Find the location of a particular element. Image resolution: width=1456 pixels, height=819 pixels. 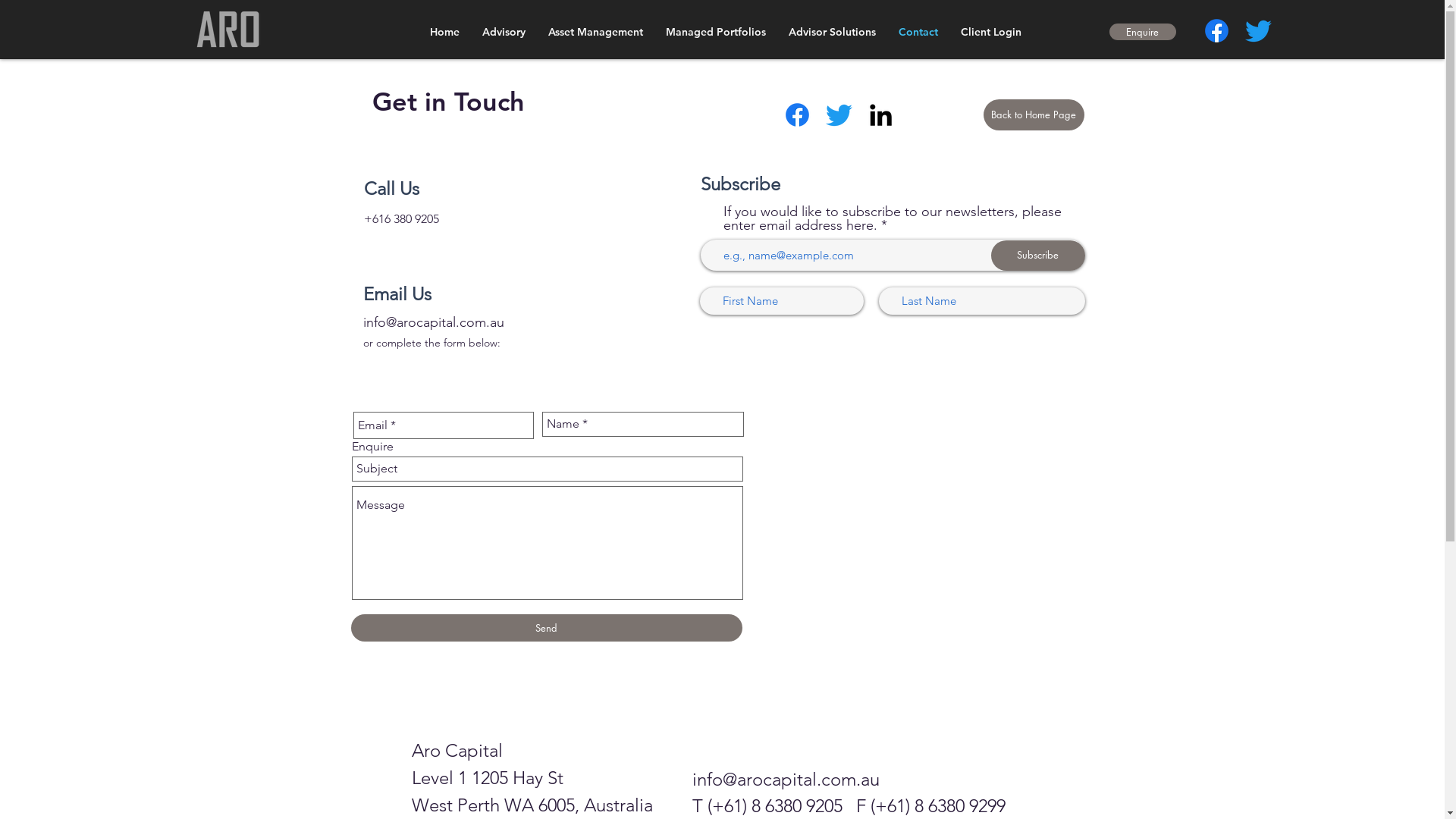

'Home' is located at coordinates (444, 32).